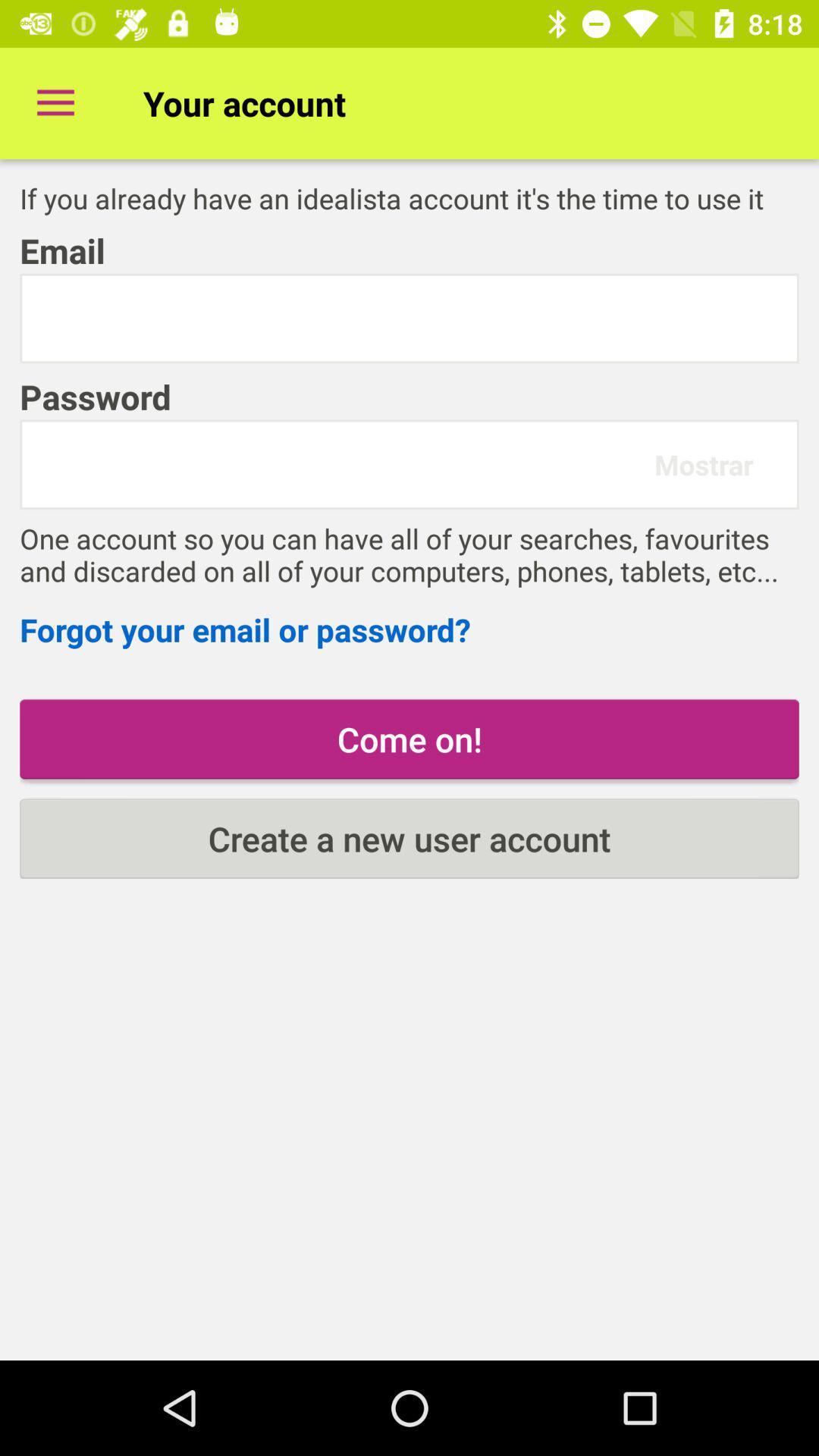 Image resolution: width=819 pixels, height=1456 pixels. I want to click on come on! icon, so click(409, 739).